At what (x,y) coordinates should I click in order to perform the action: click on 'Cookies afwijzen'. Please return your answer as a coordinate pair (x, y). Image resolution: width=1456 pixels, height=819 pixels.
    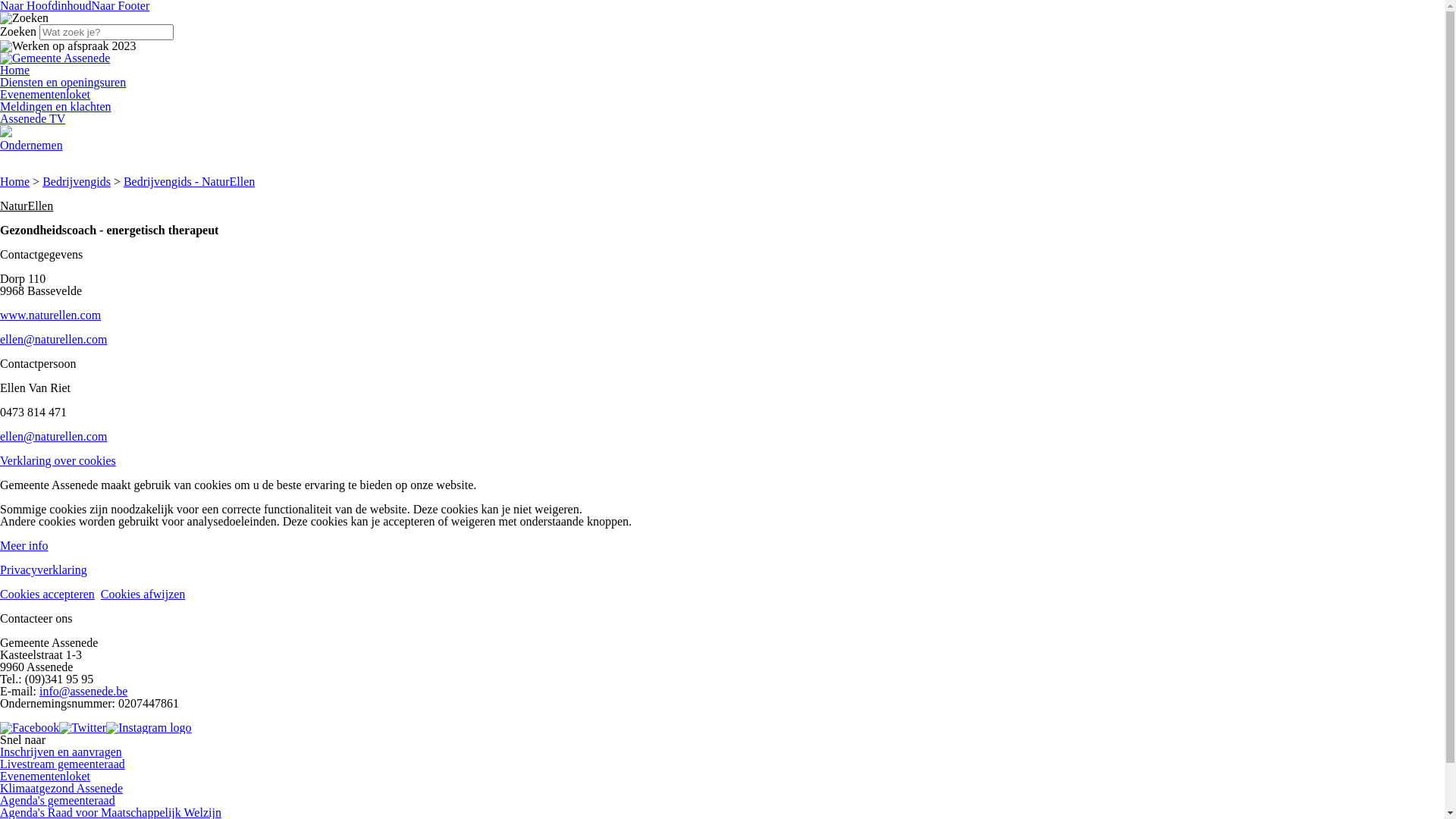
    Looking at the image, I should click on (100, 593).